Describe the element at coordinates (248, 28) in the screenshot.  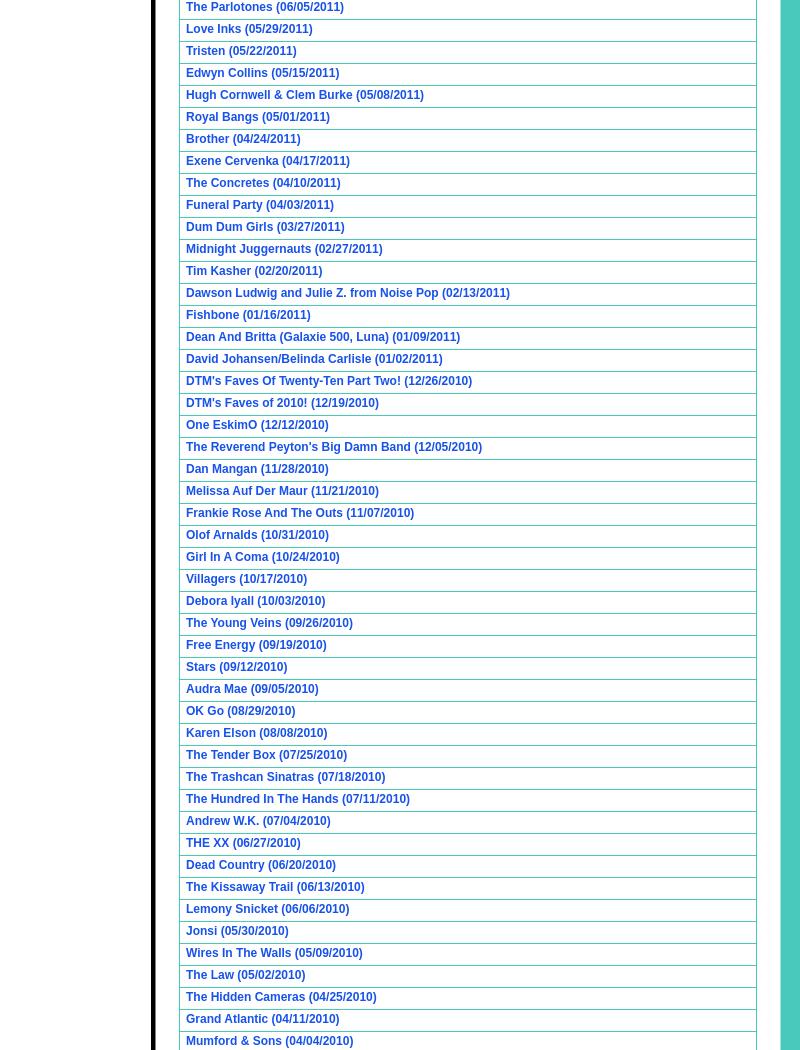
I see `'Love Inks (05/29/2011)'` at that location.